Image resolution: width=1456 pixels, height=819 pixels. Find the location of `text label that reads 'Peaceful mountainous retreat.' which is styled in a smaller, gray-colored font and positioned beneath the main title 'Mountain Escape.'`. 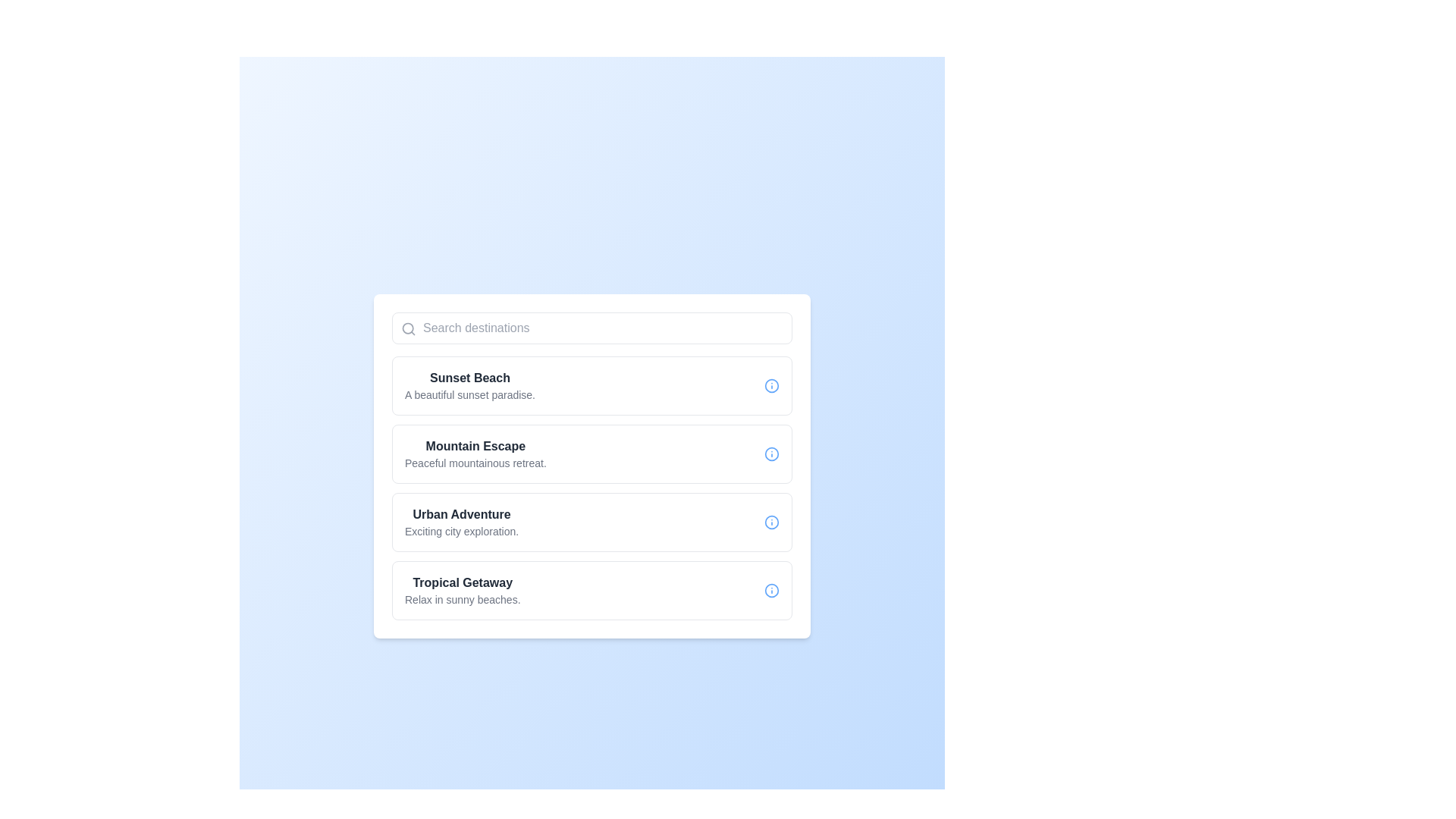

text label that reads 'Peaceful mountainous retreat.' which is styled in a smaller, gray-colored font and positioned beneath the main title 'Mountain Escape.' is located at coordinates (475, 462).